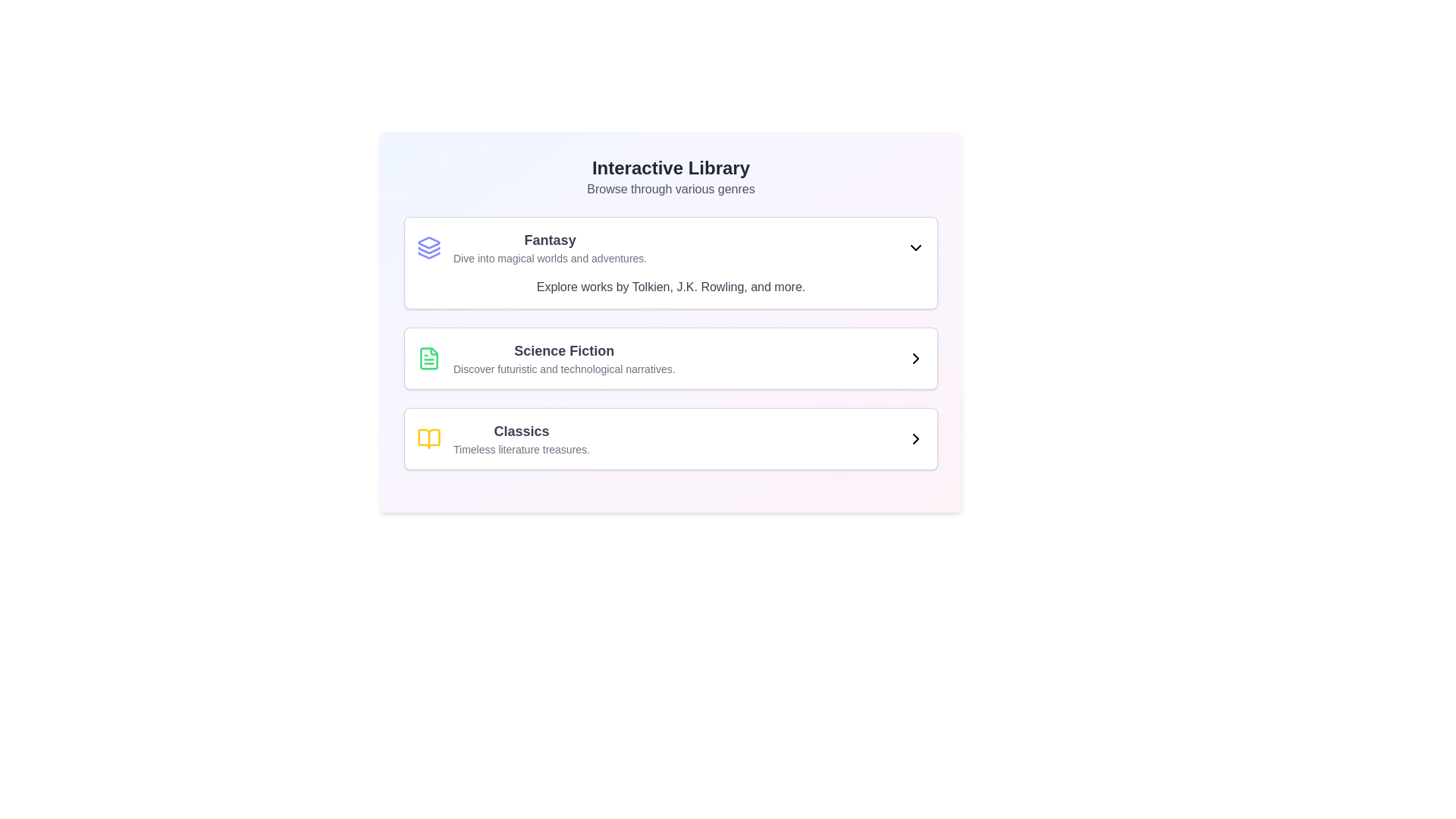 This screenshot has width=1456, height=819. Describe the element at coordinates (563, 369) in the screenshot. I see `text string 'Discover futuristic and technological narratives.' located in the 'Science Fiction' card, below the bold header` at that location.